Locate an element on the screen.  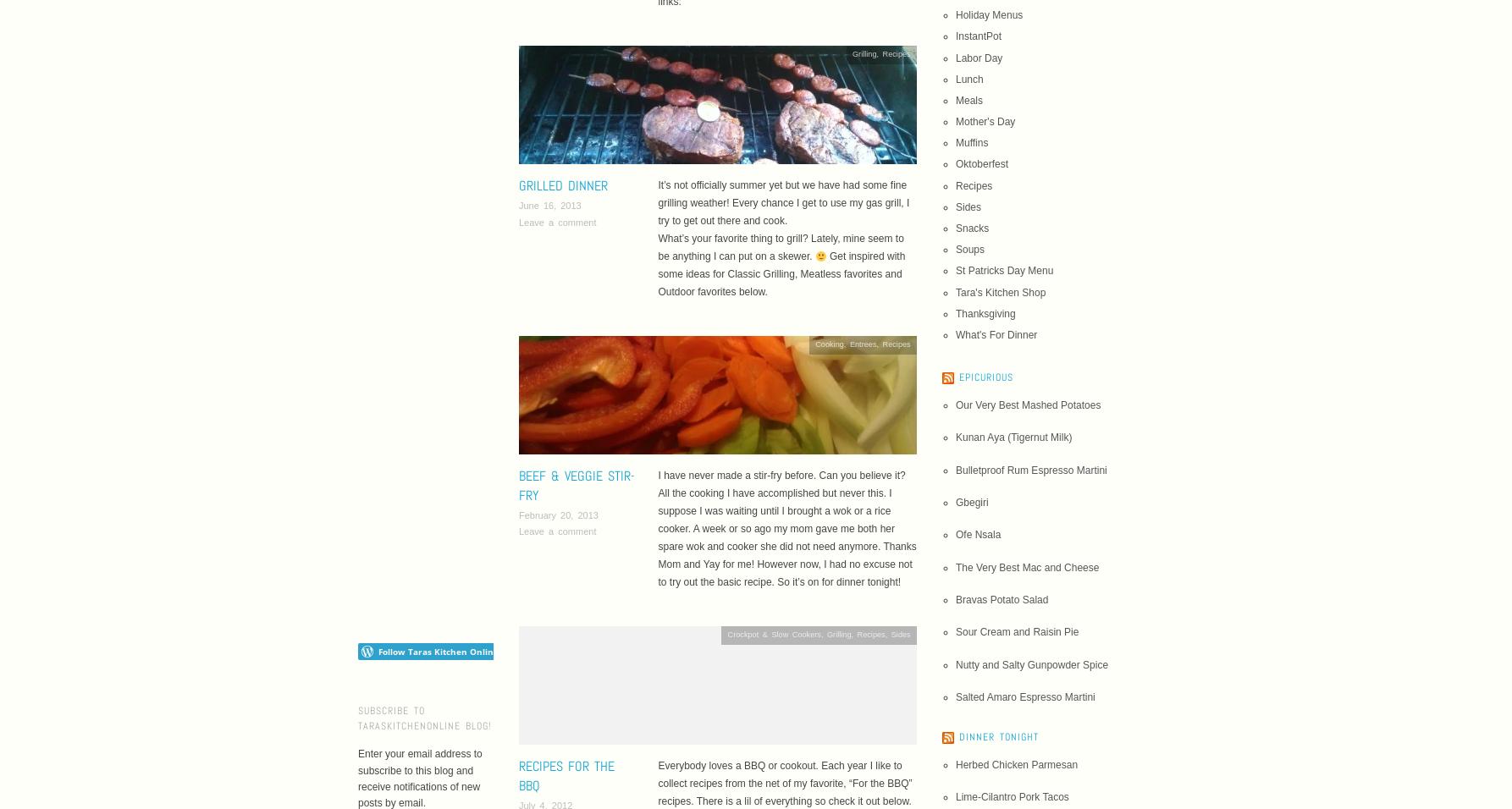
'What’s your favorite thing to grill? Lately, mine seem to be anything I can put on a skewer.' is located at coordinates (780, 246).